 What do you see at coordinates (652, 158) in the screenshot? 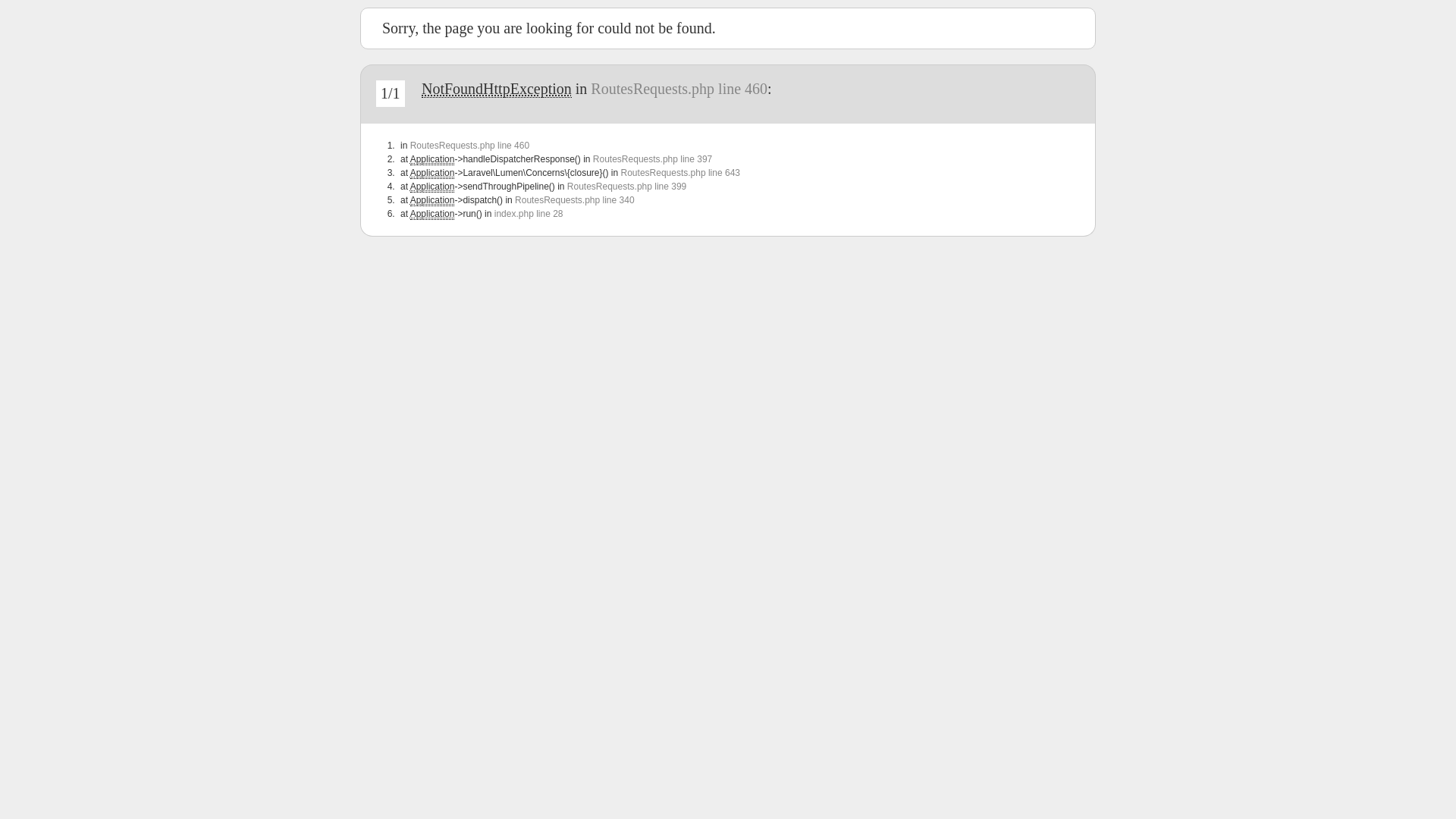
I see `'RoutesRequests.php line 397'` at bounding box center [652, 158].